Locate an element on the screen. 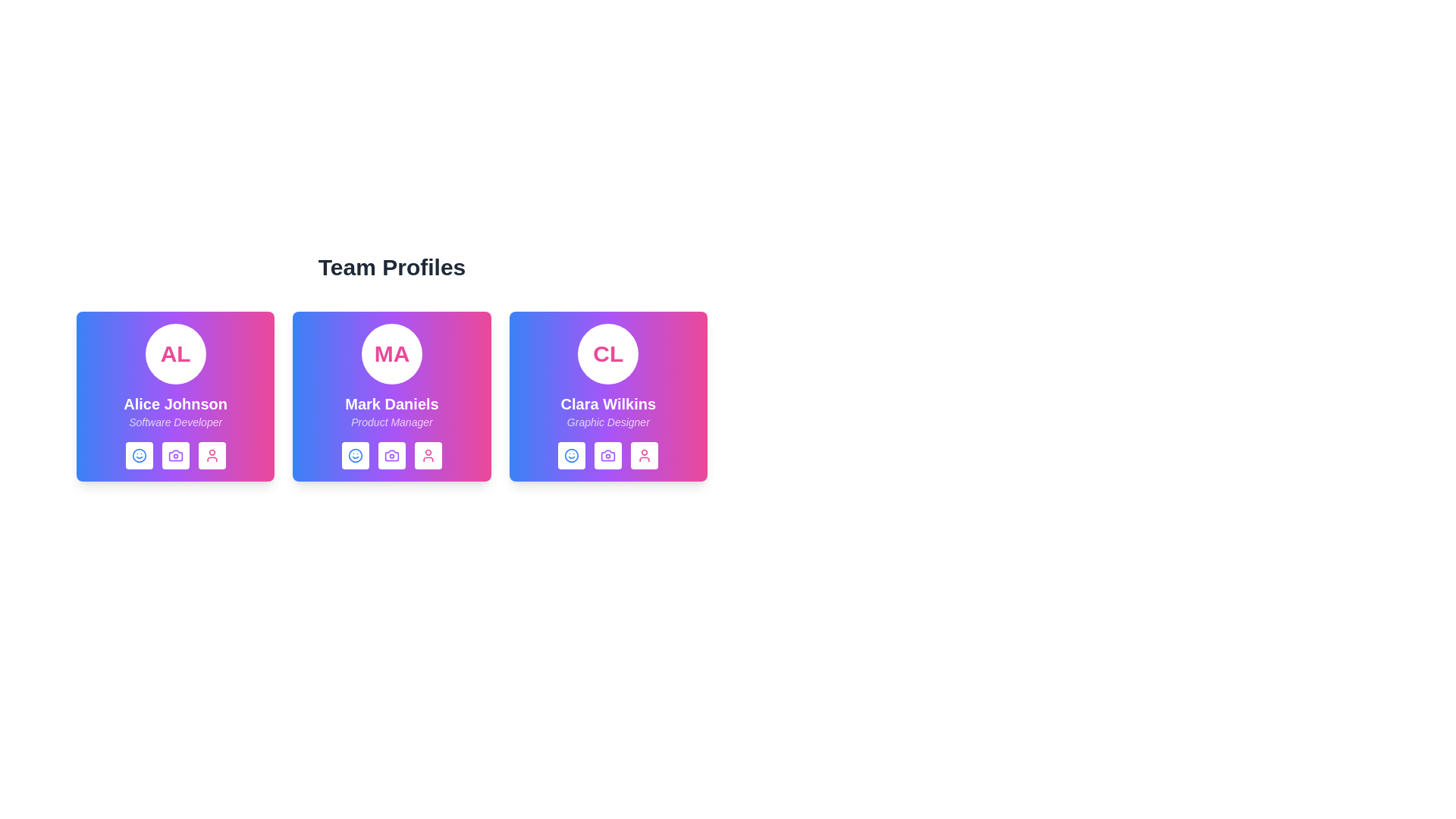 Image resolution: width=1456 pixels, height=819 pixels. the Profile placeholder featuring a circular representation with 'AL' in bold pink text, located at the top of the first gradient card in the 'Team Profiles' section is located at coordinates (175, 353).